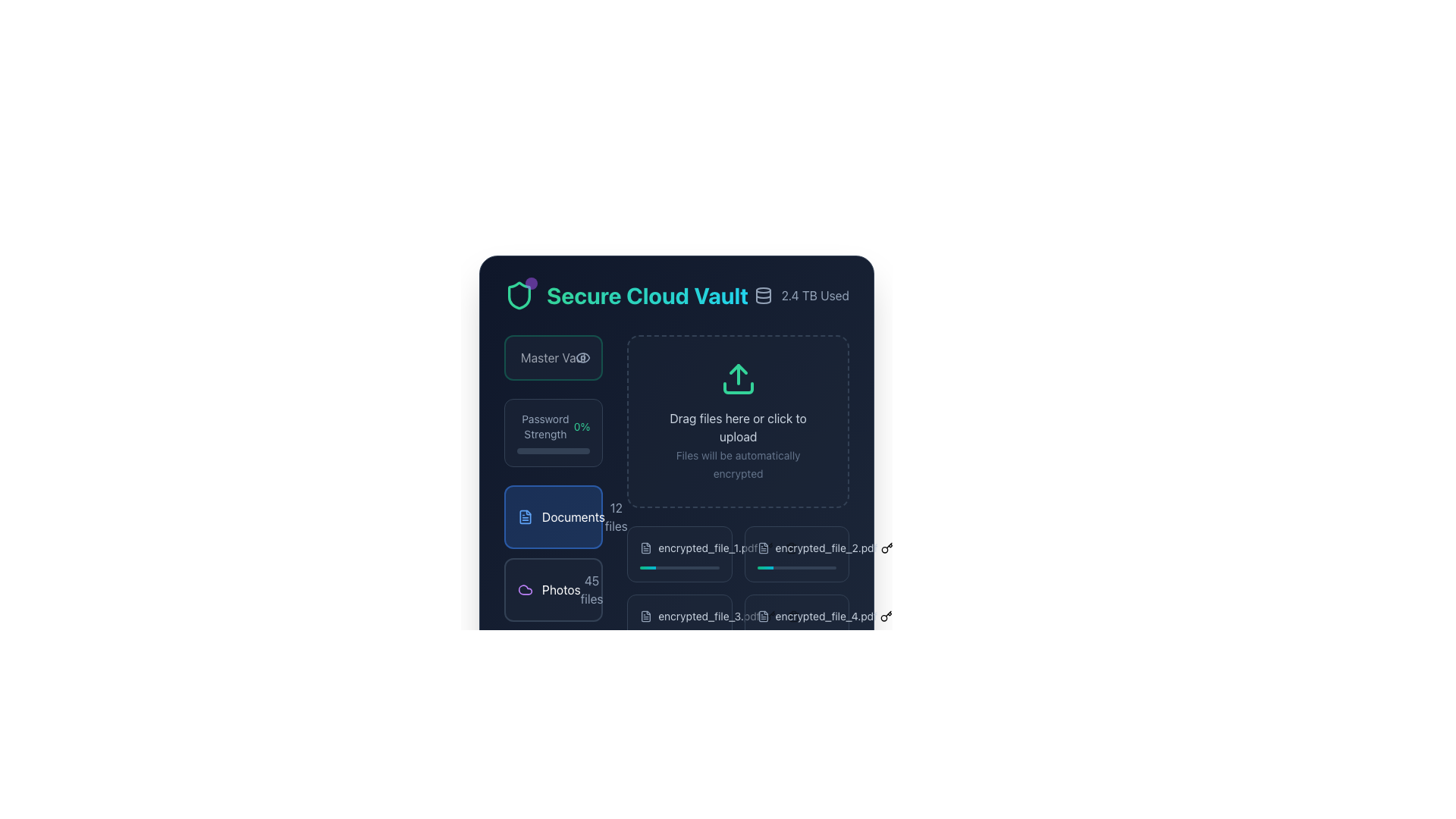 The height and width of the screenshot is (819, 1456). I want to click on the decorative security icon located in the top-left section of the interface, adjacent to the 'Secure Cloud Vault' title, so click(519, 295).